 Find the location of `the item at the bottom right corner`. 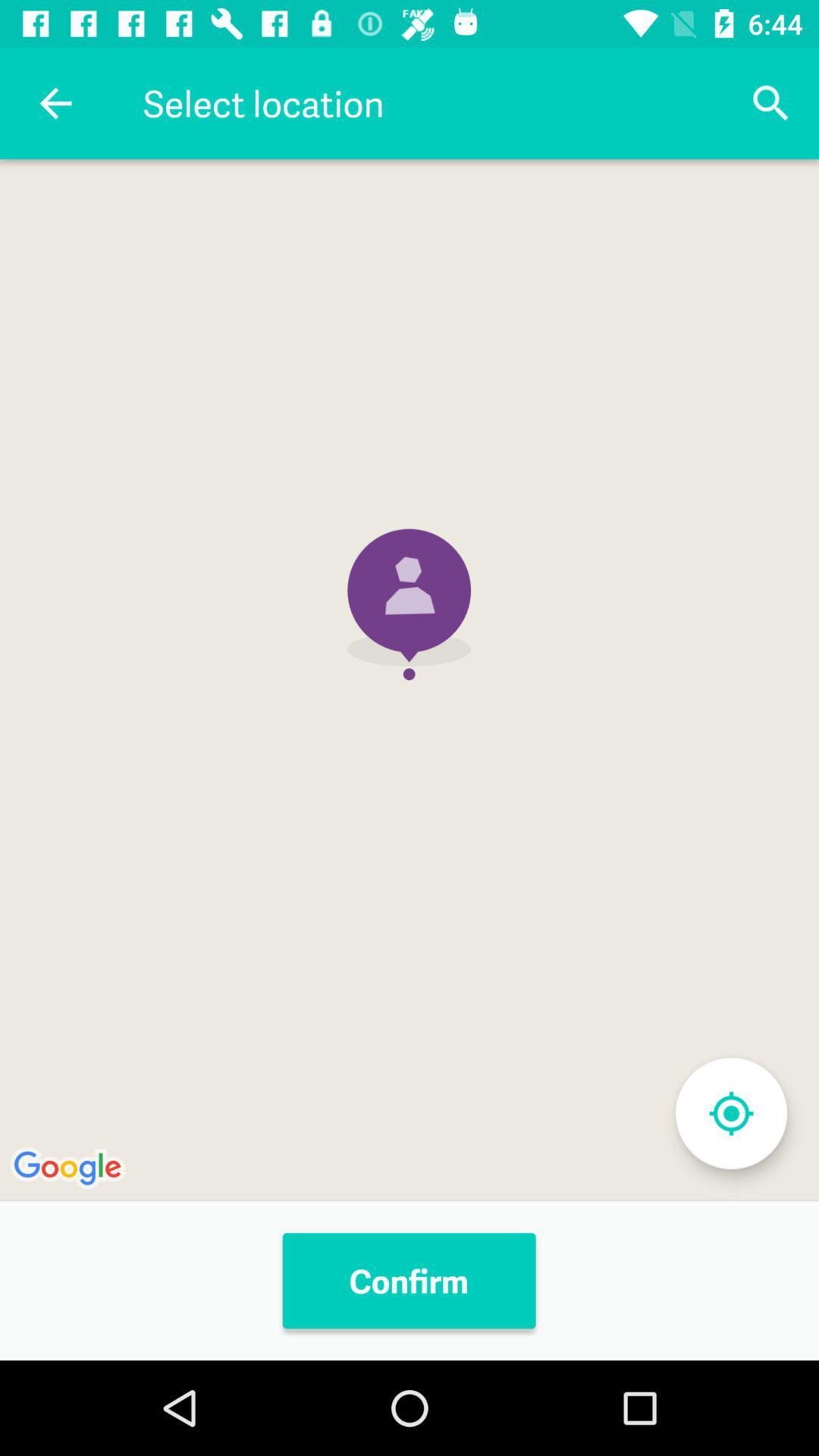

the item at the bottom right corner is located at coordinates (730, 1113).